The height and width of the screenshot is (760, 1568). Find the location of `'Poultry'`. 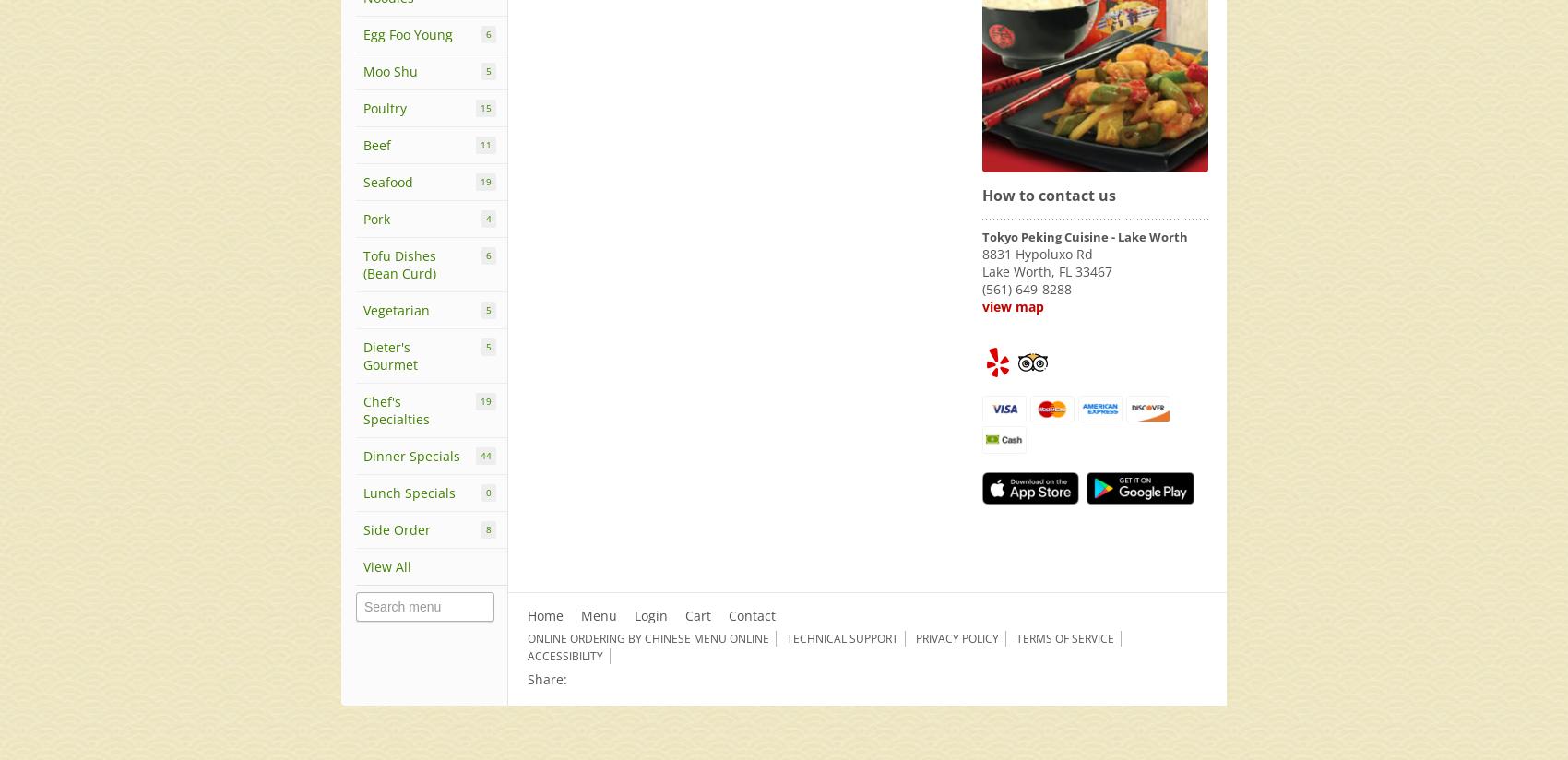

'Poultry' is located at coordinates (384, 108).